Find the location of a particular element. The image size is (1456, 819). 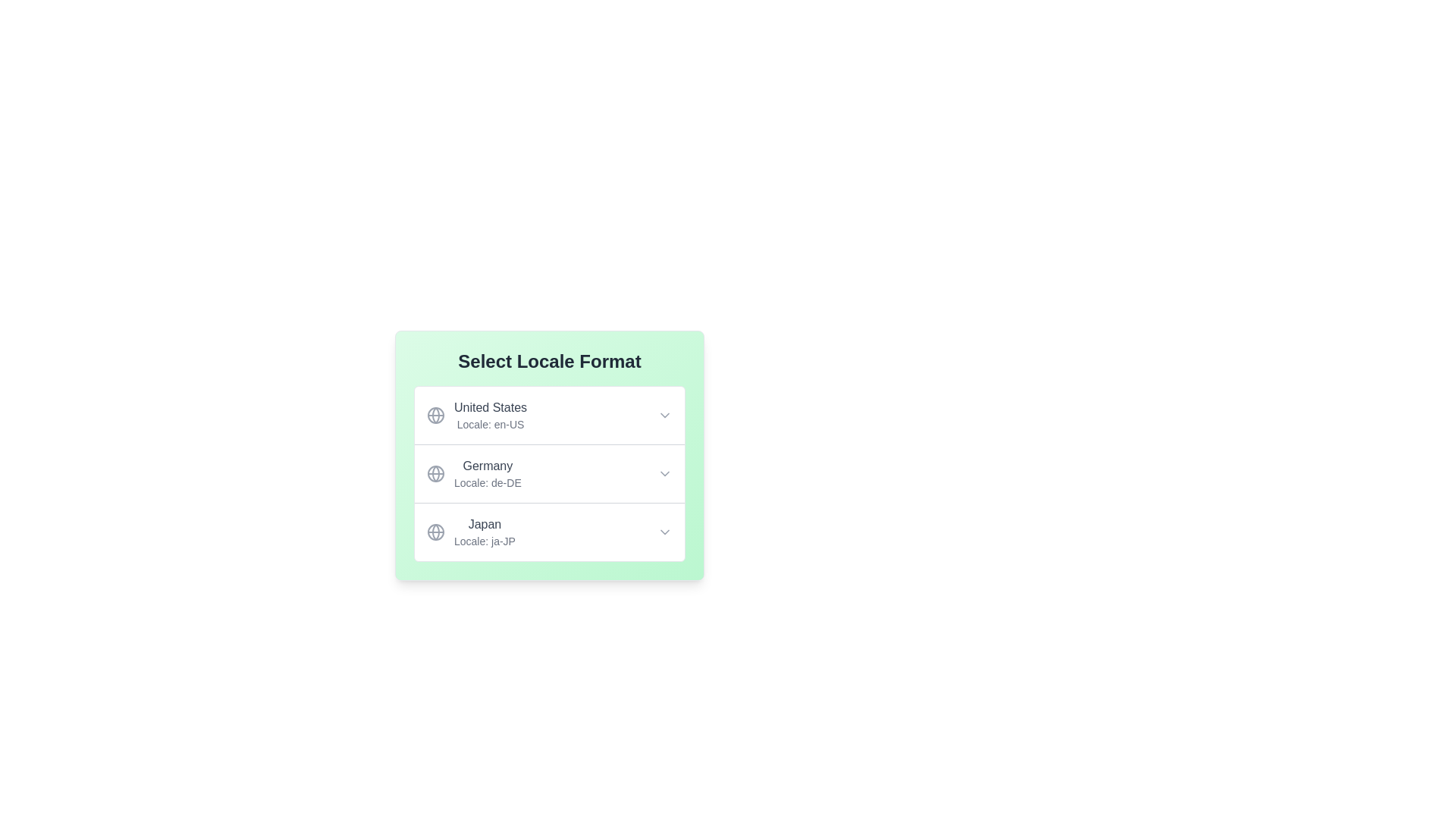

the globe icon representing the 'Japan' locale selection, which is the third globe icon in the list, to select the locale is located at coordinates (435, 532).